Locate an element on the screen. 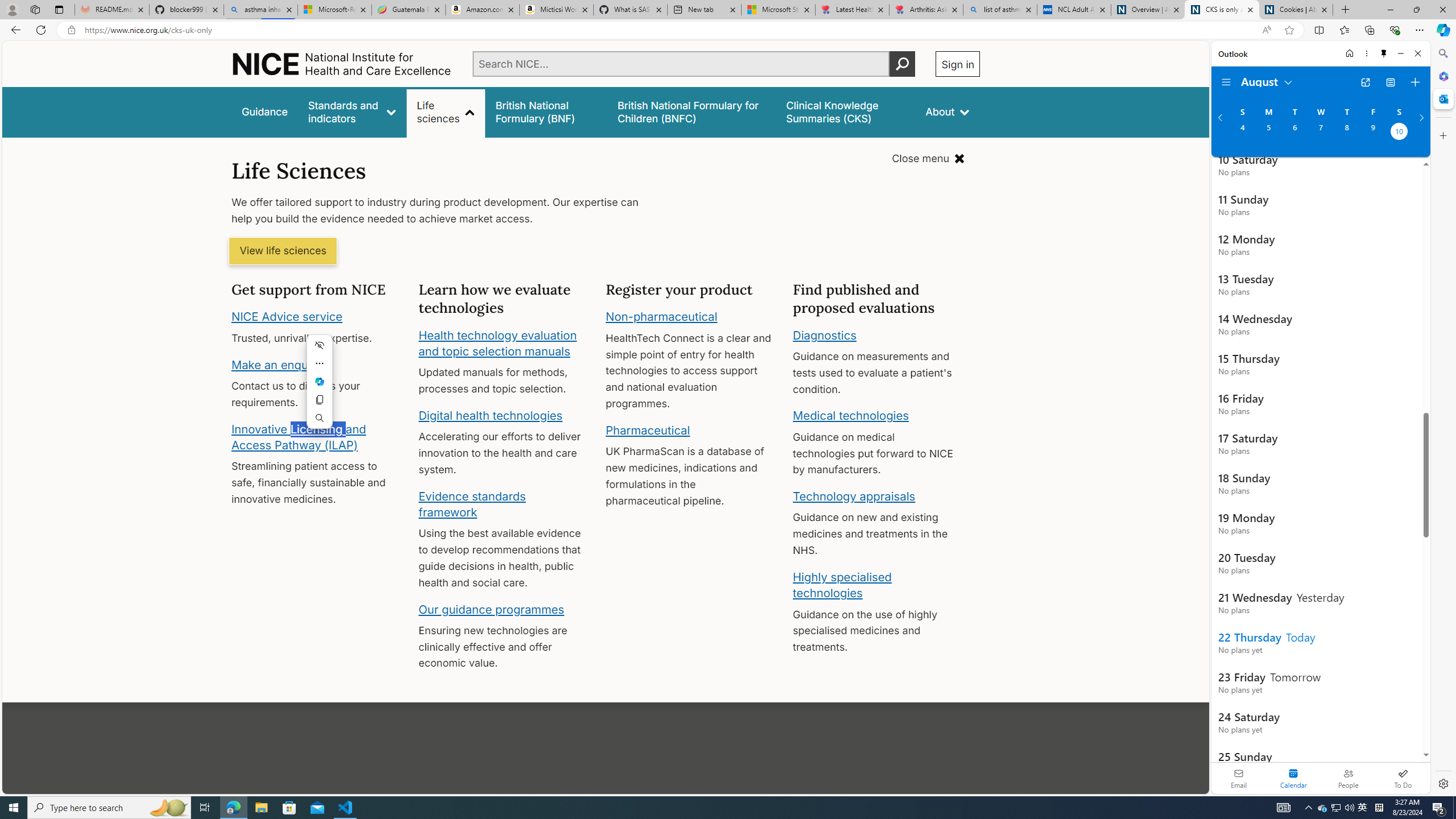 The height and width of the screenshot is (819, 1456). 'Make an enquiry' is located at coordinates (276, 363).